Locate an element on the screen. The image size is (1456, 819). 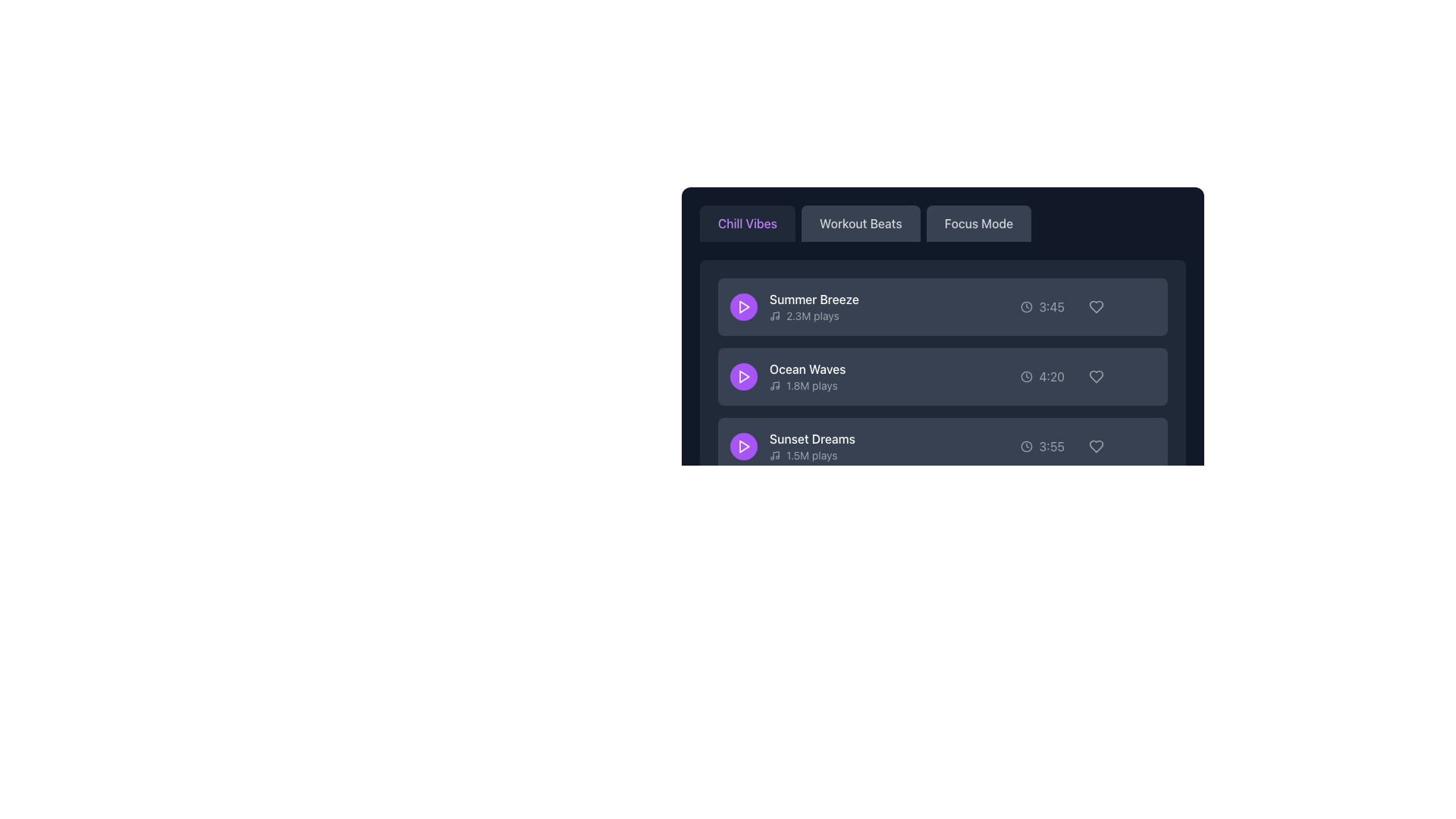
the circular purple button with a triangular white play icon at its center to play the song 'Summer Breeze' is located at coordinates (743, 307).